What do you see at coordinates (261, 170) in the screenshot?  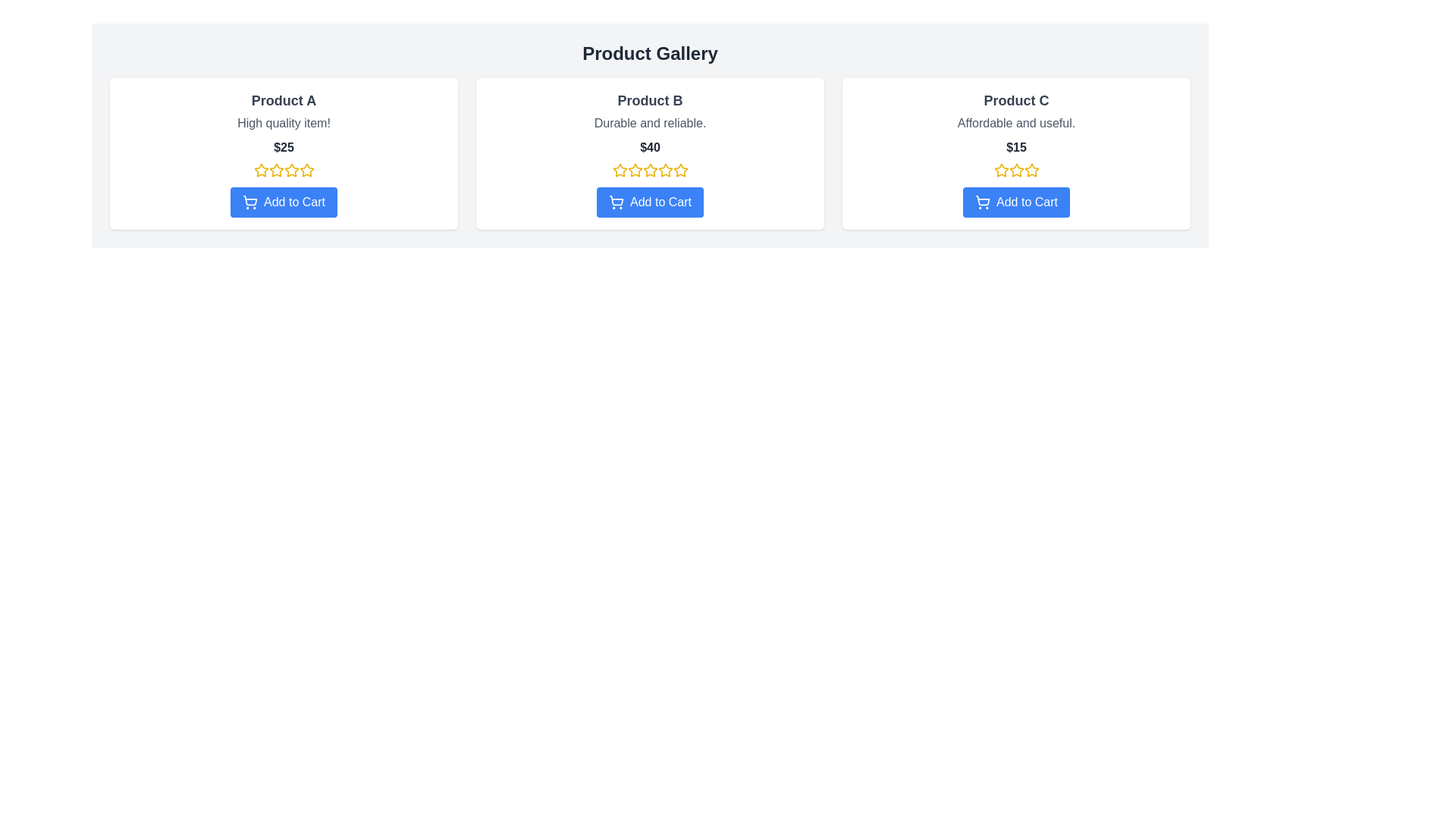 I see `the first yellow star icon in the interactive star rating system for 'Product A'` at bounding box center [261, 170].